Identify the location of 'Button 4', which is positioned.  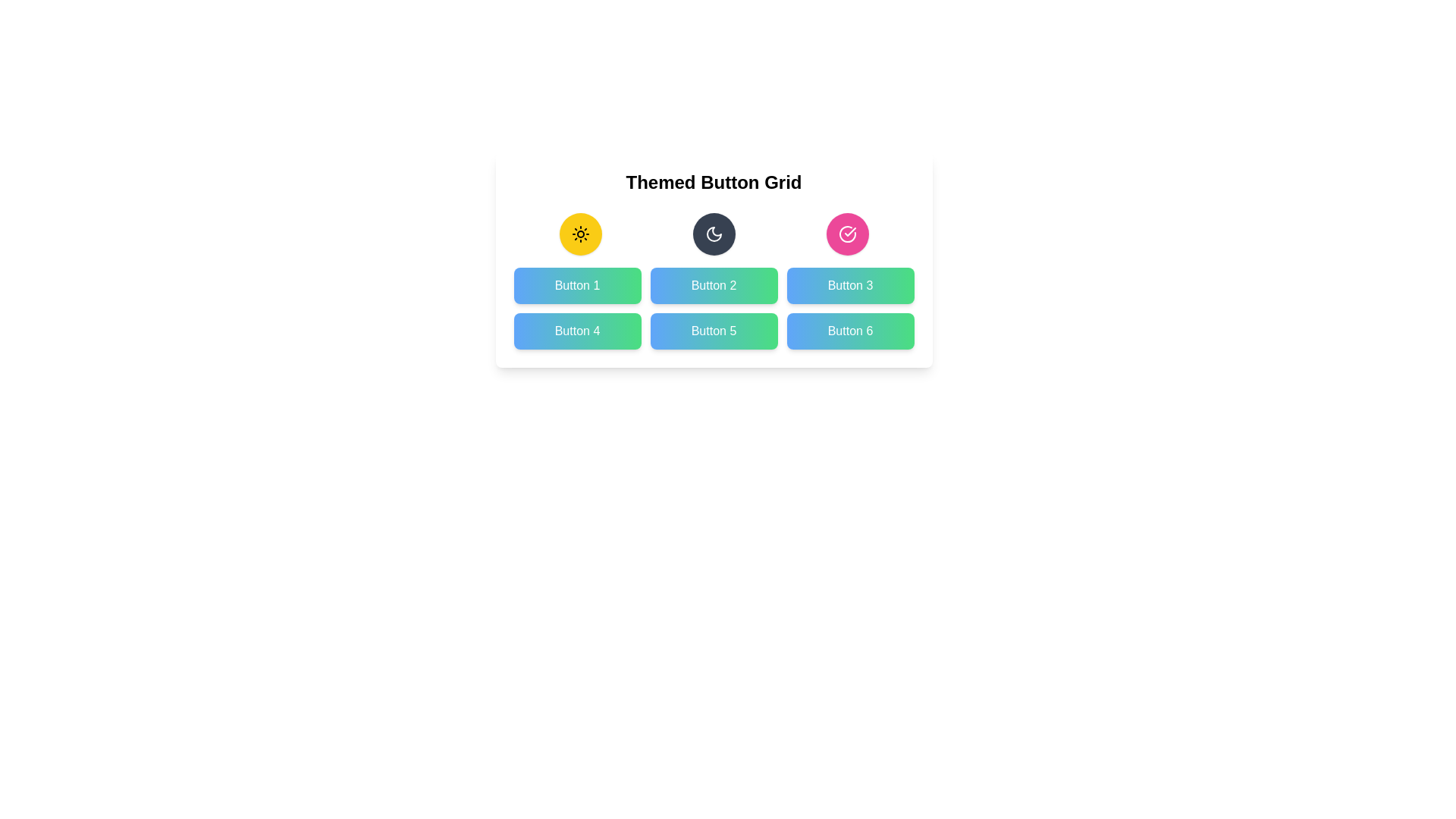
(576, 330).